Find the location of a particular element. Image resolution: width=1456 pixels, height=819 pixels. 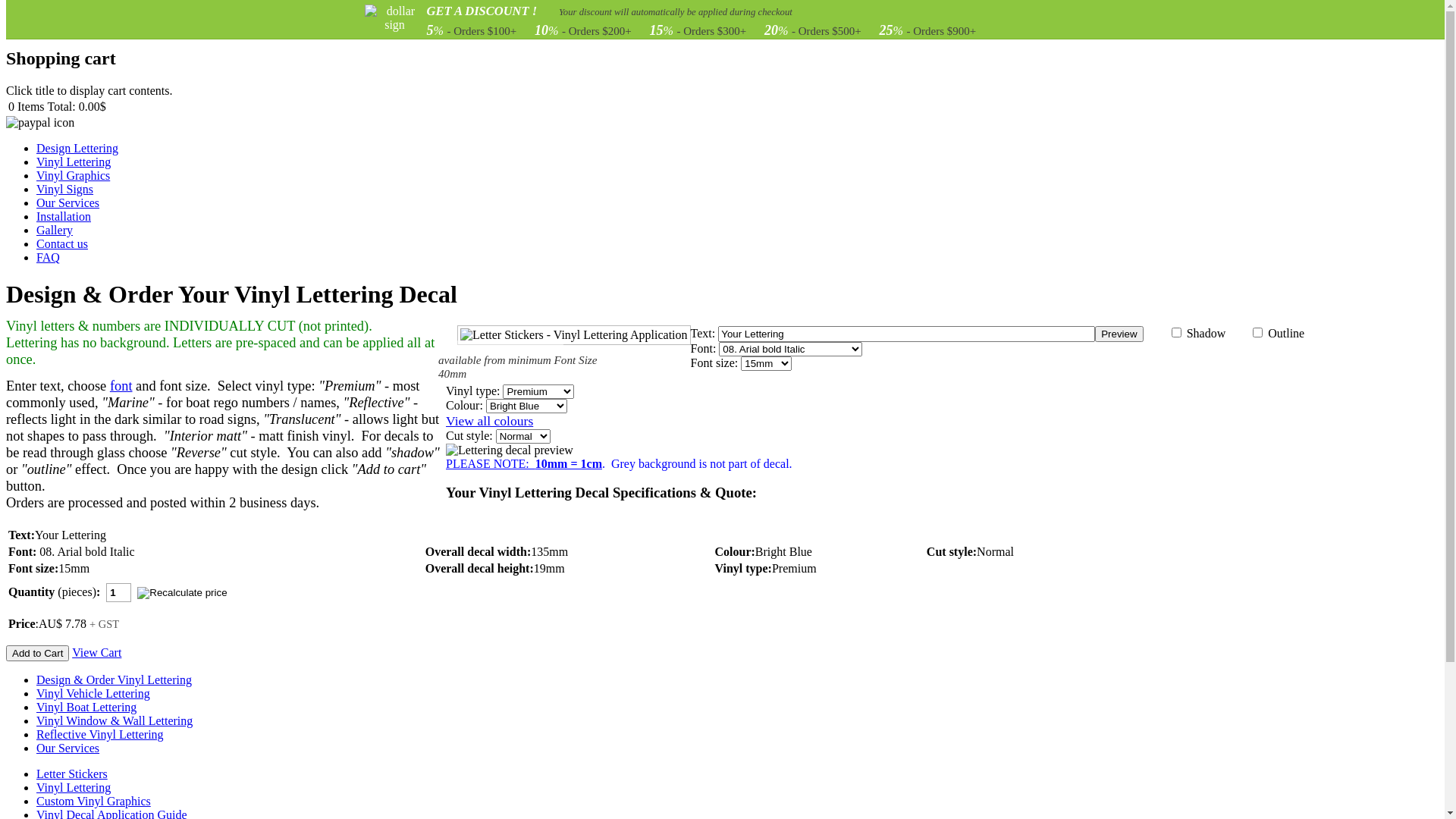

'Vinyl Graphics' is located at coordinates (72, 174).